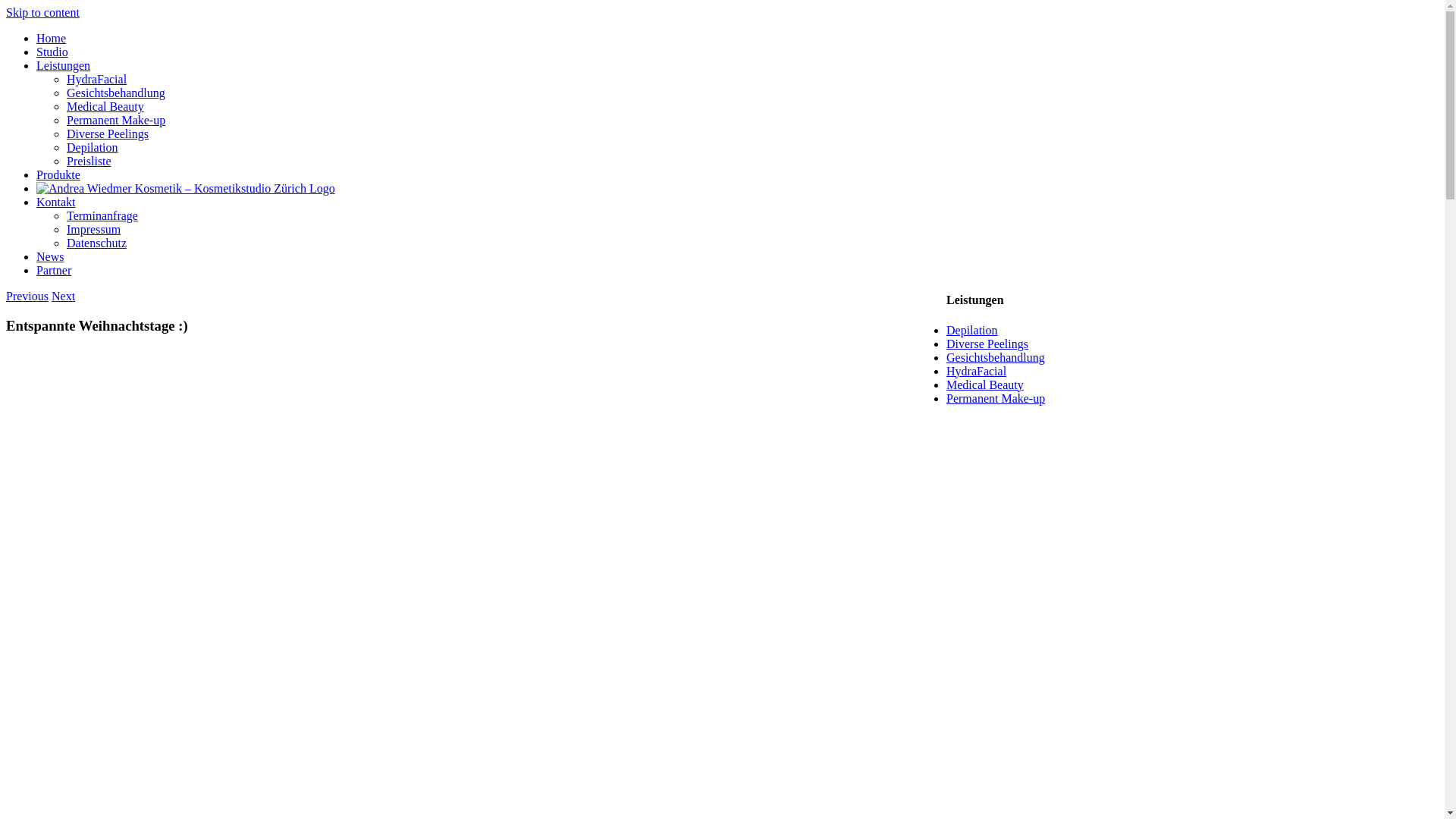 This screenshot has height=819, width=1456. Describe the element at coordinates (62, 296) in the screenshot. I see `'Next'` at that location.